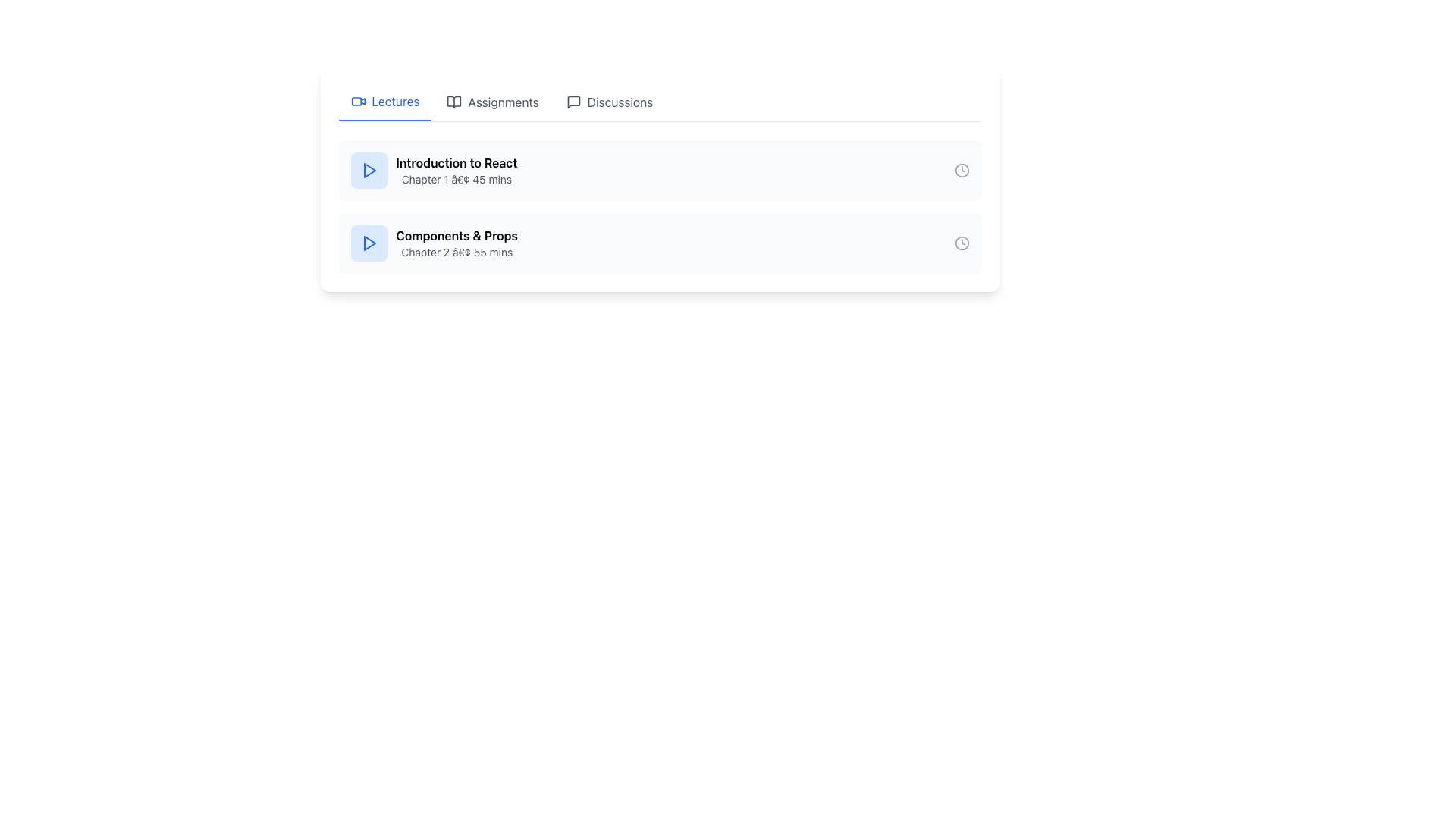 The width and height of the screenshot is (1456, 819). What do you see at coordinates (356, 102) in the screenshot?
I see `the lower rectangle of the video camera icon, which is positioned to the left of the 'Lectures' tab in the navigation header` at bounding box center [356, 102].